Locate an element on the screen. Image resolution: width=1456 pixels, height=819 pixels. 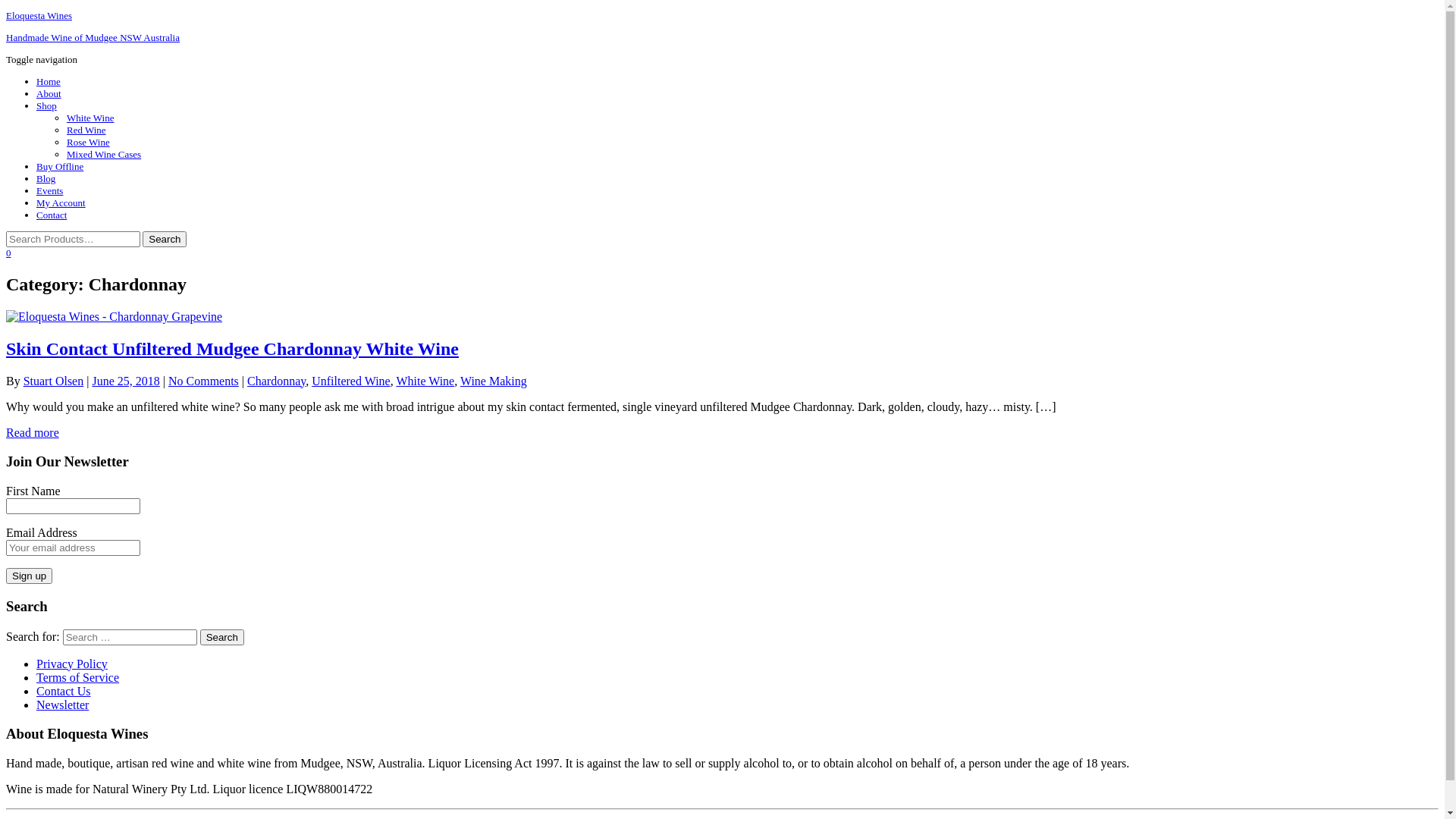
'Home' is located at coordinates (48, 81).